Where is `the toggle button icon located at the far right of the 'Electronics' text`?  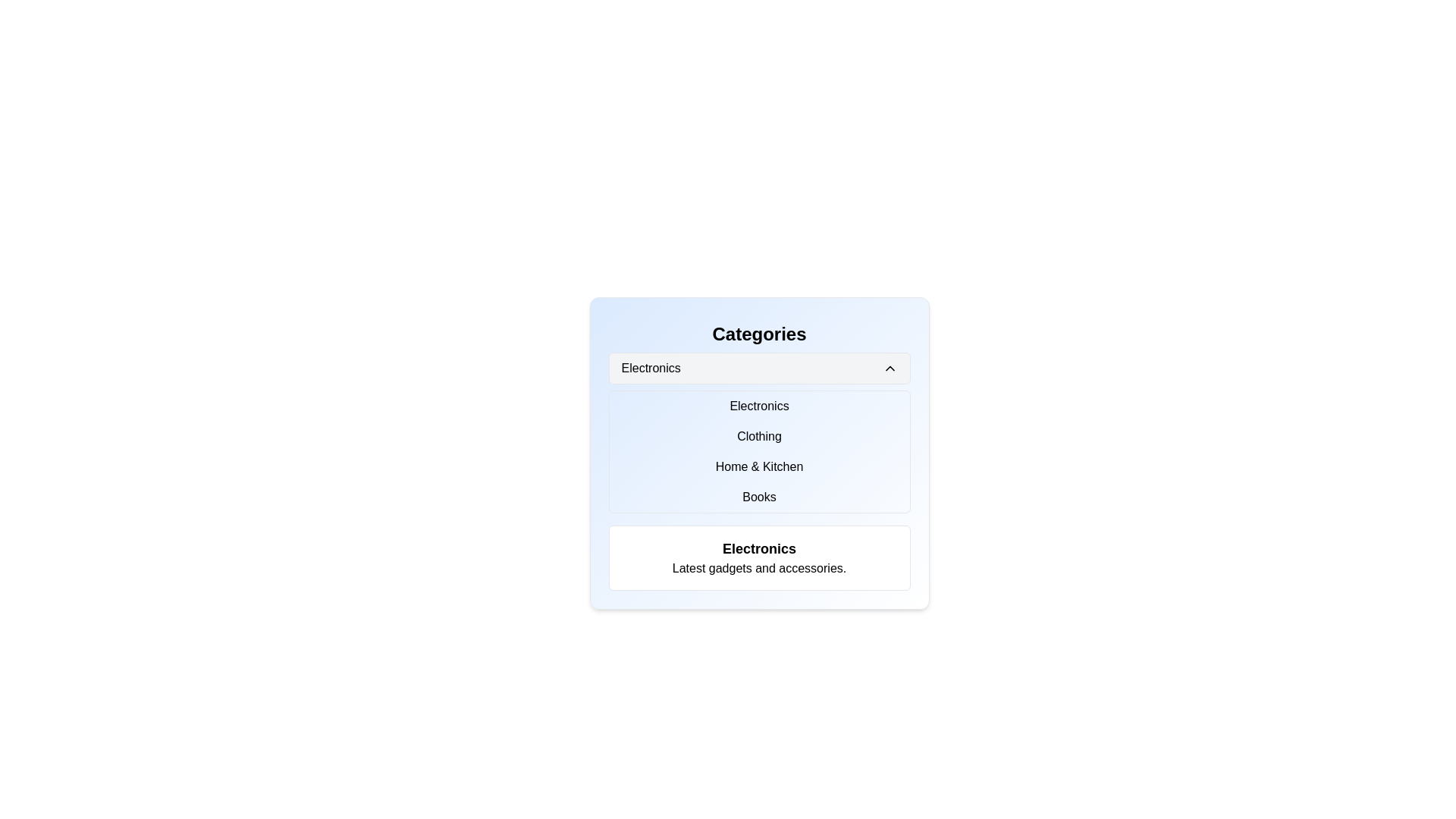
the toggle button icon located at the far right of the 'Electronics' text is located at coordinates (890, 369).